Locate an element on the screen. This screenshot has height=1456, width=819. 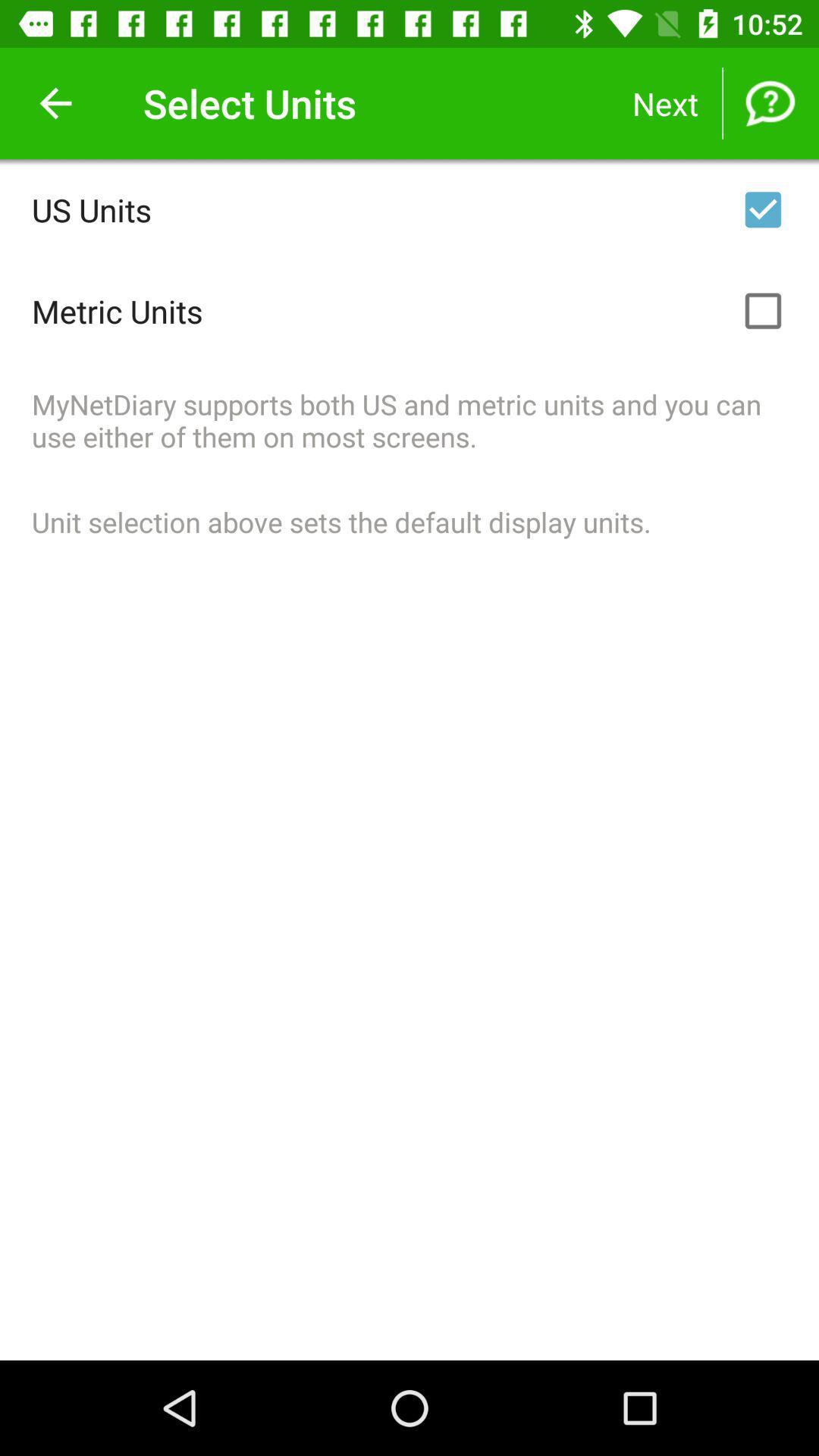
icon next to the select units is located at coordinates (55, 102).